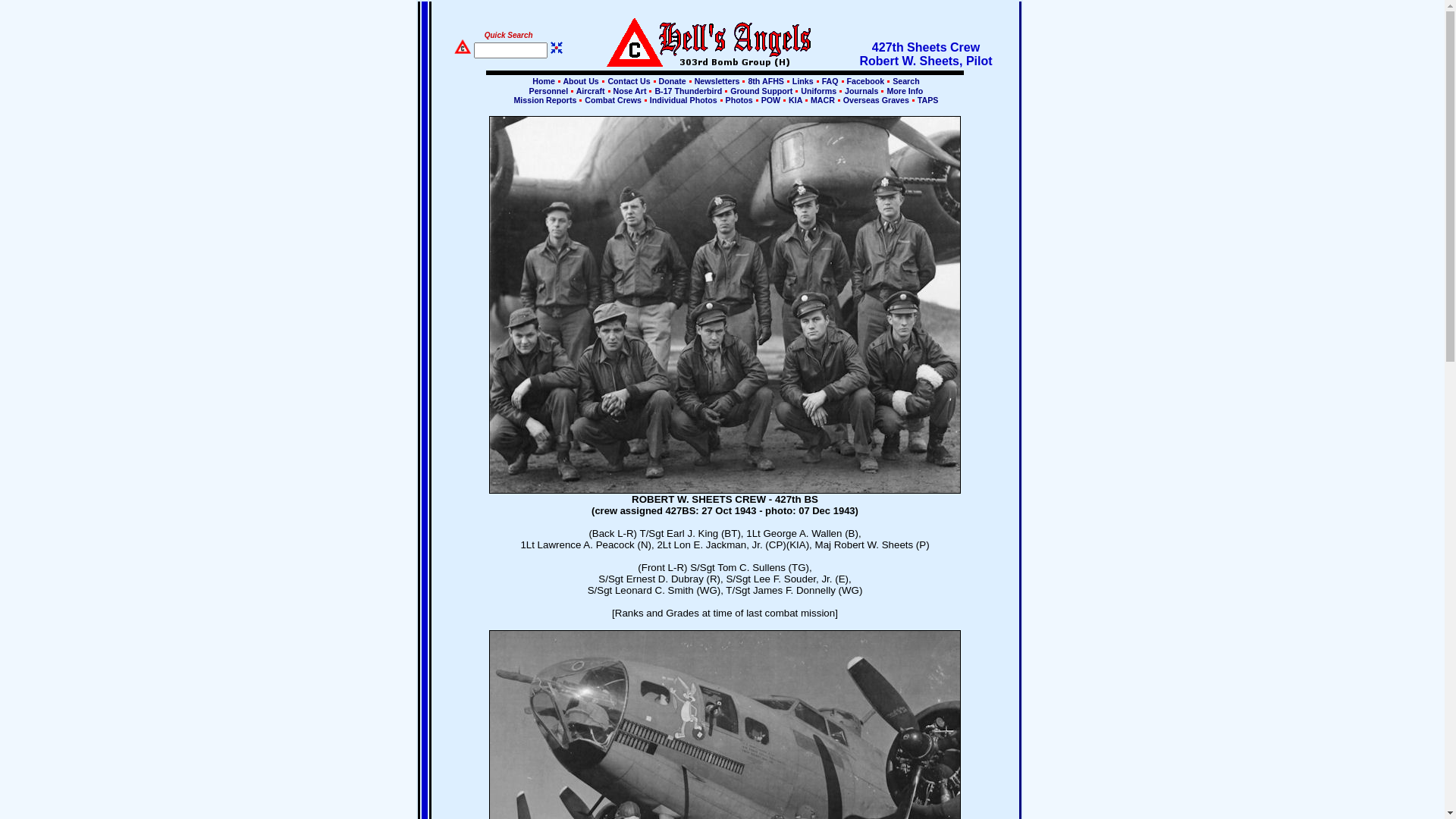  Describe the element at coordinates (723, 99) in the screenshot. I see `'Photos'` at that location.